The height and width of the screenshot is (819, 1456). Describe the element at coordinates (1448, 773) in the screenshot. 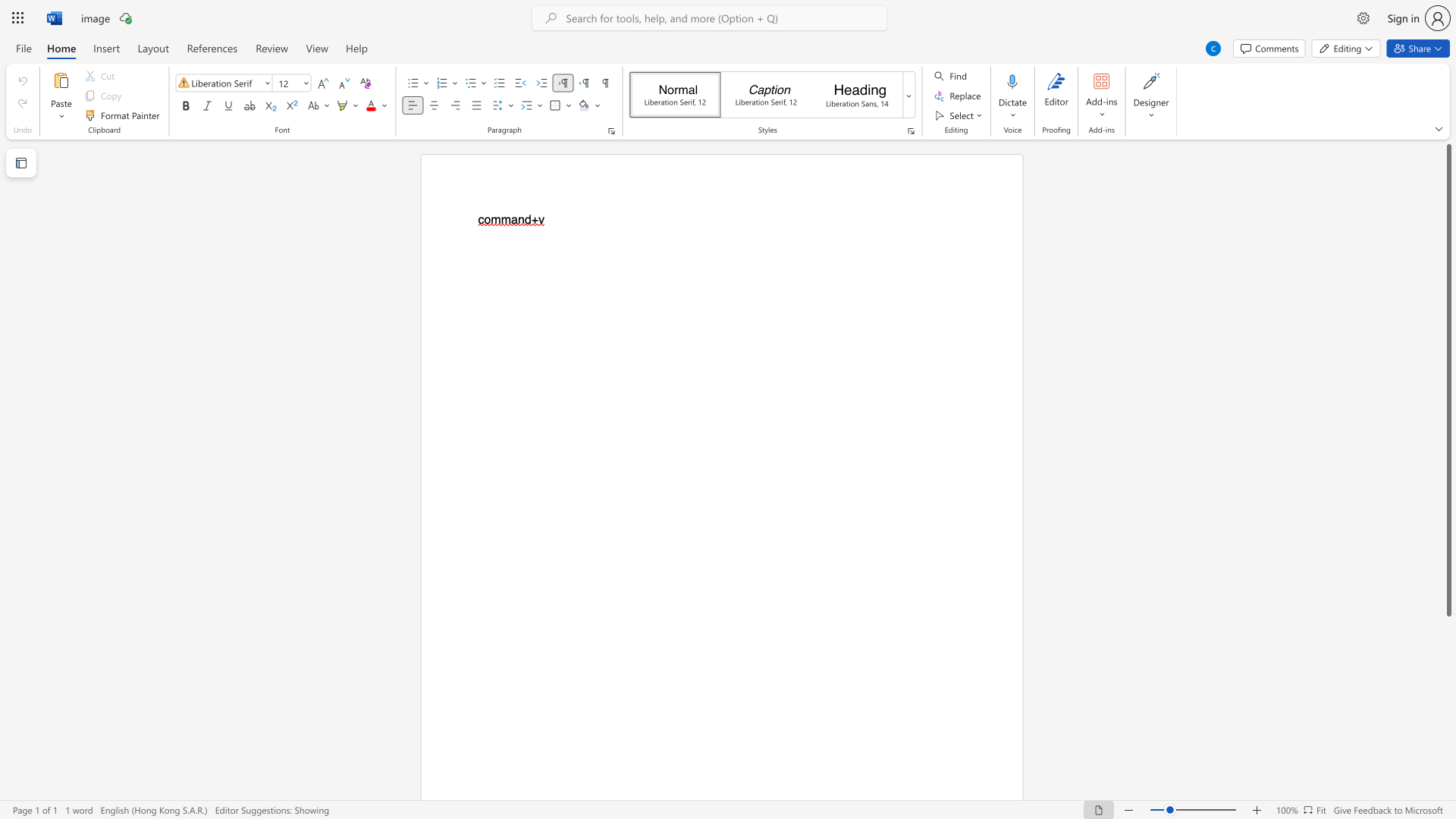

I see `the scrollbar to scroll the page down` at that location.